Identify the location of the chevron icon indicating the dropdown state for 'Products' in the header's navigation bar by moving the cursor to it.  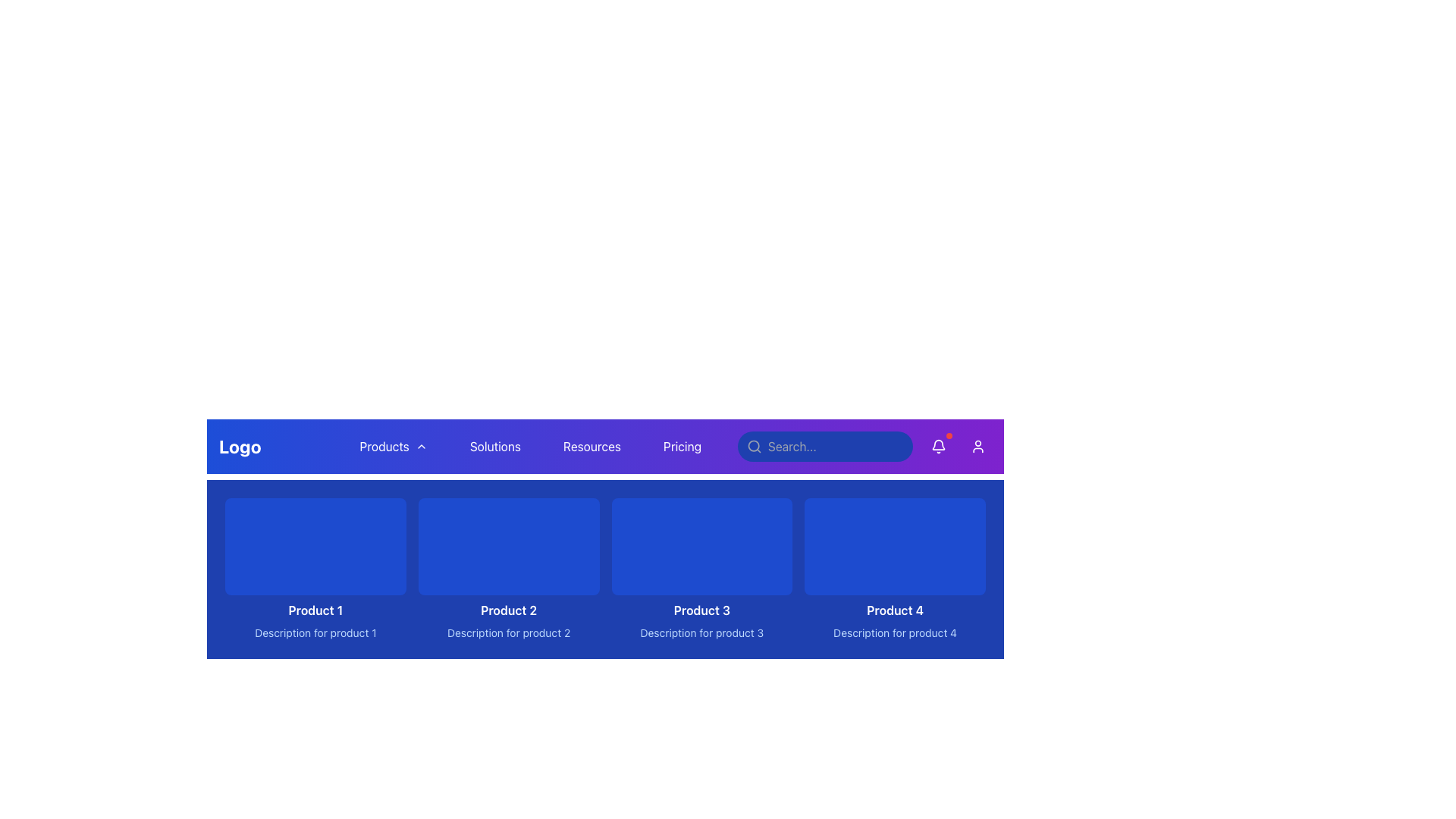
(421, 446).